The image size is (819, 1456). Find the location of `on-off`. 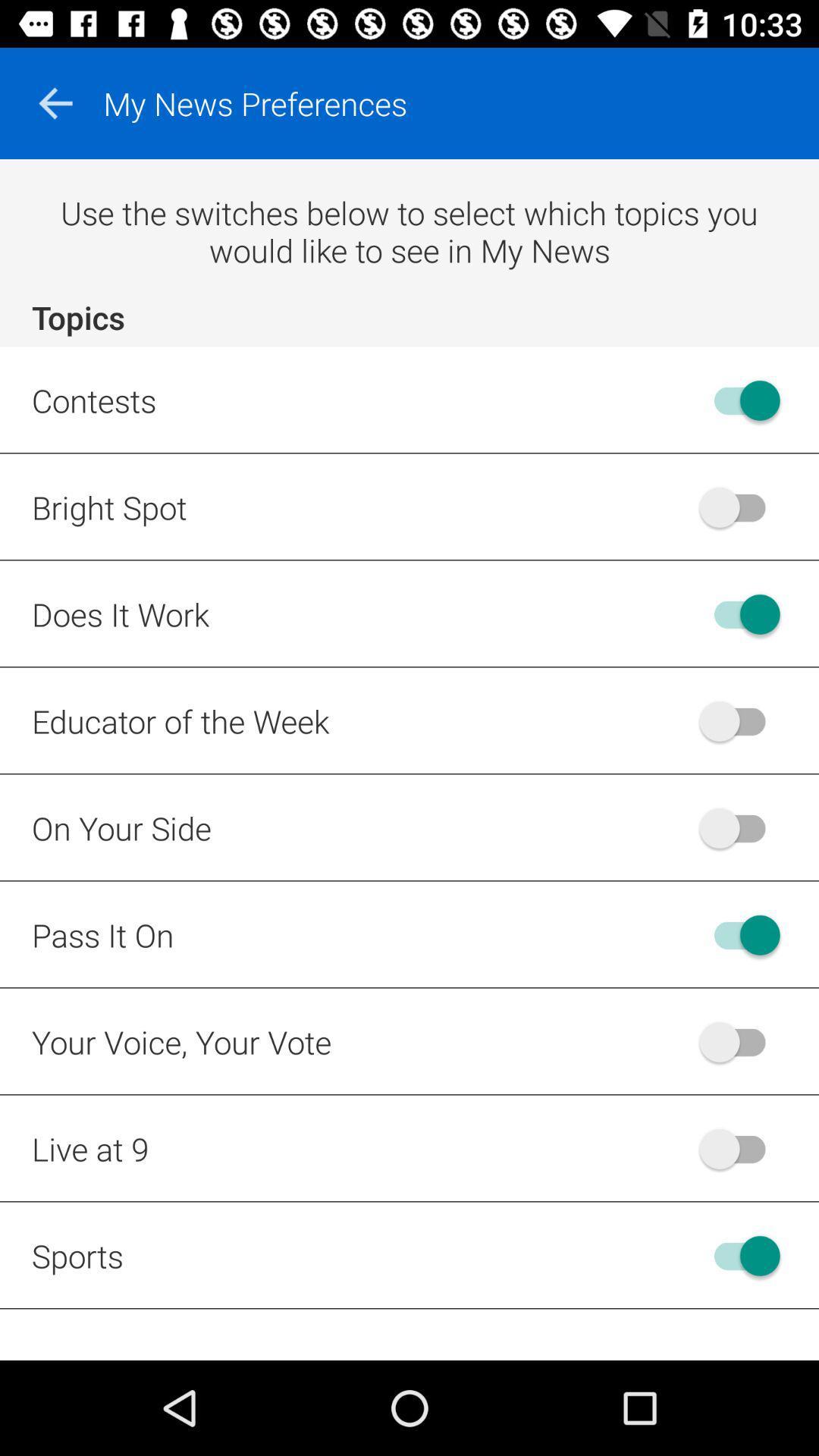

on-off is located at coordinates (739, 827).